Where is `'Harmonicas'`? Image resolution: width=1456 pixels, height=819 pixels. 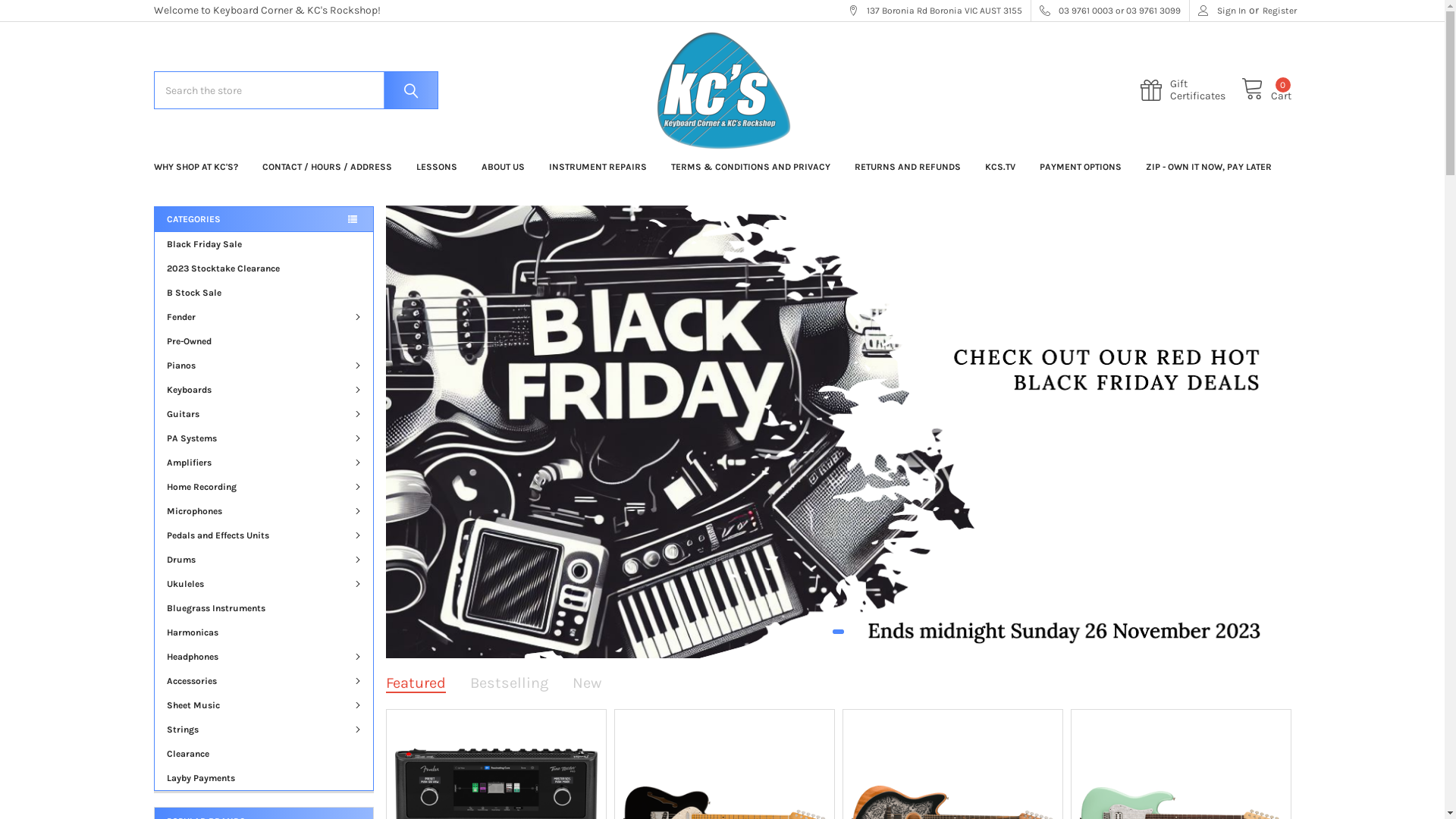 'Harmonicas' is located at coordinates (263, 632).